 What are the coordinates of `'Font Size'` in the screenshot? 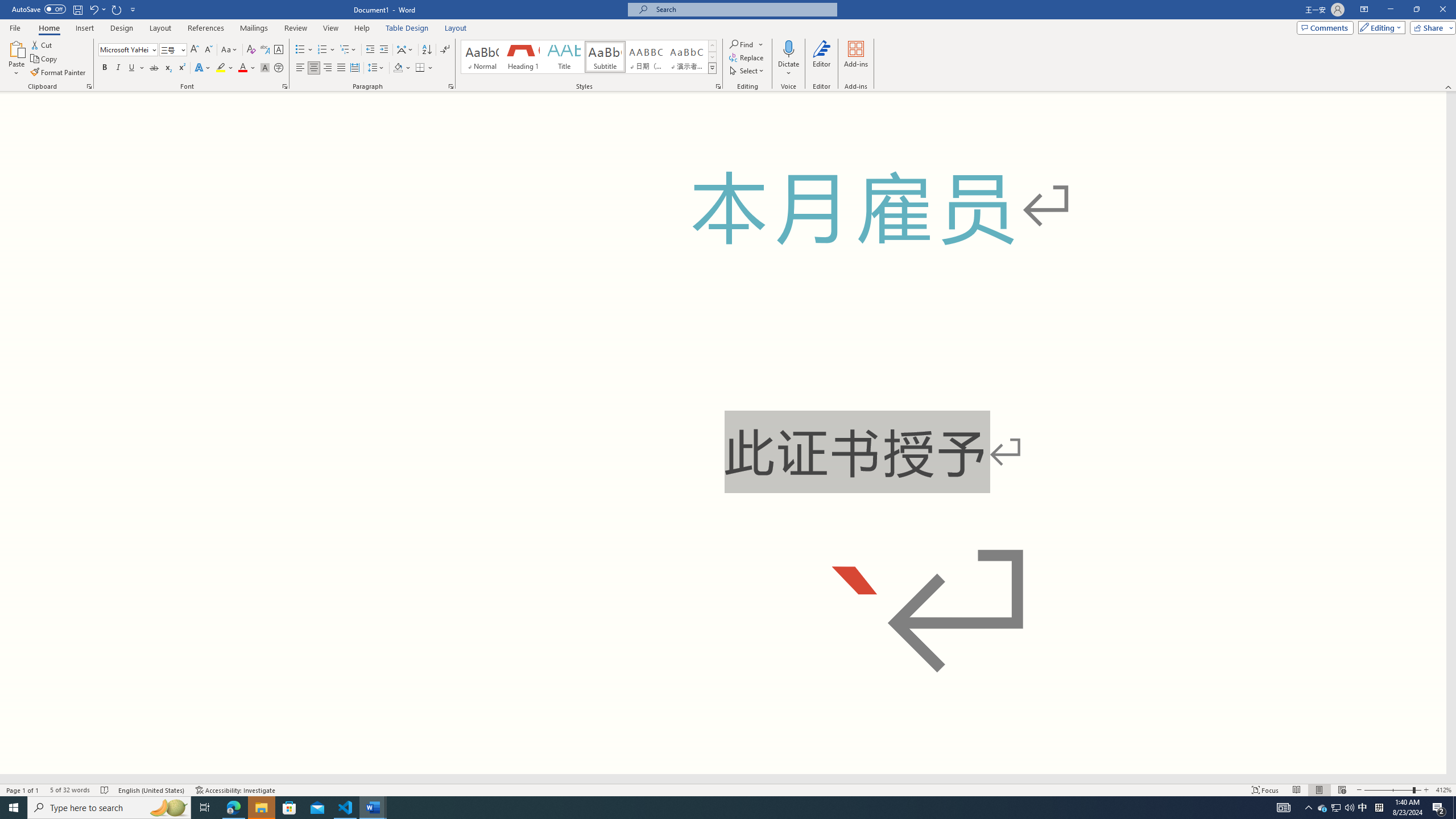 It's located at (169, 49).